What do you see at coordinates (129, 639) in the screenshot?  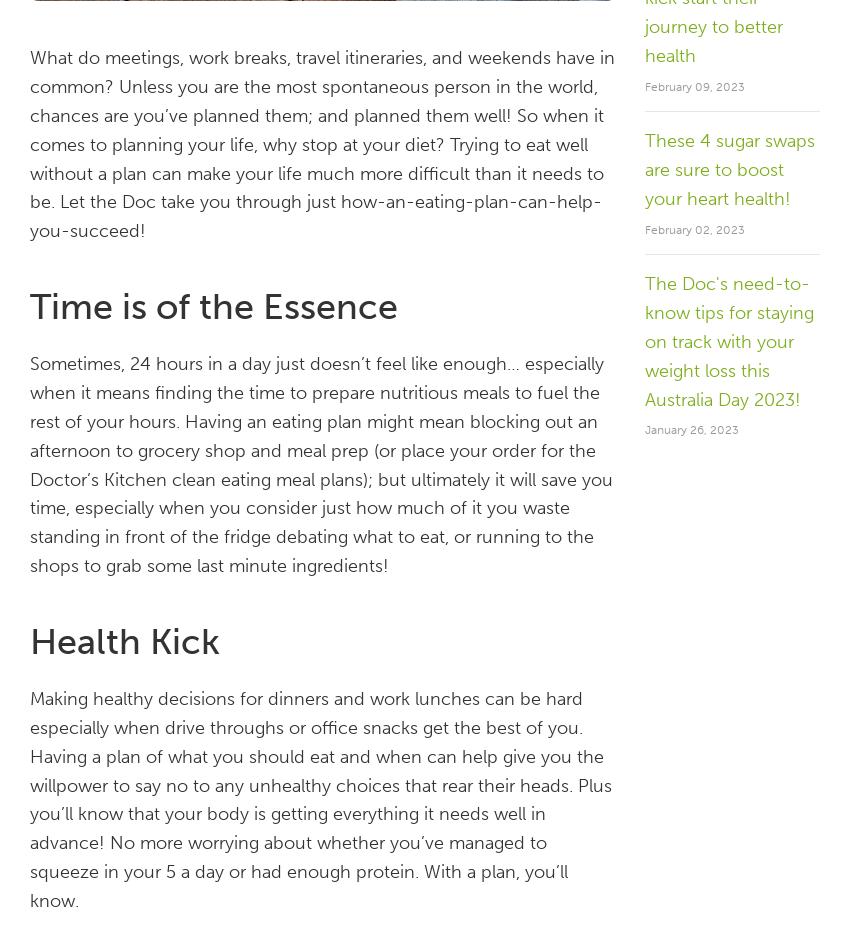 I see `'Health Kick'` at bounding box center [129, 639].